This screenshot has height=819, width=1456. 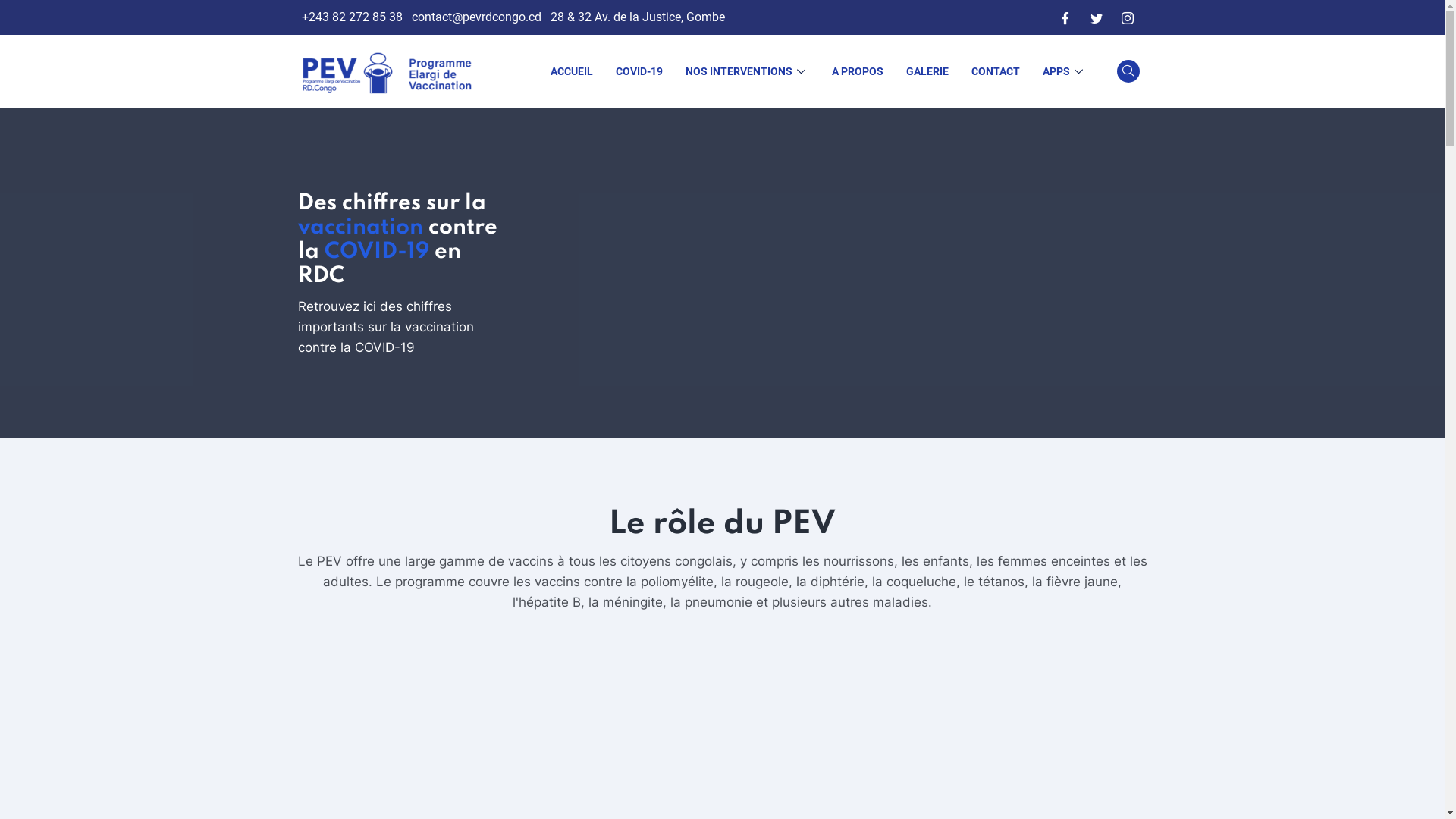 I want to click on '+243 82 272 85 38', so click(x=302, y=17).